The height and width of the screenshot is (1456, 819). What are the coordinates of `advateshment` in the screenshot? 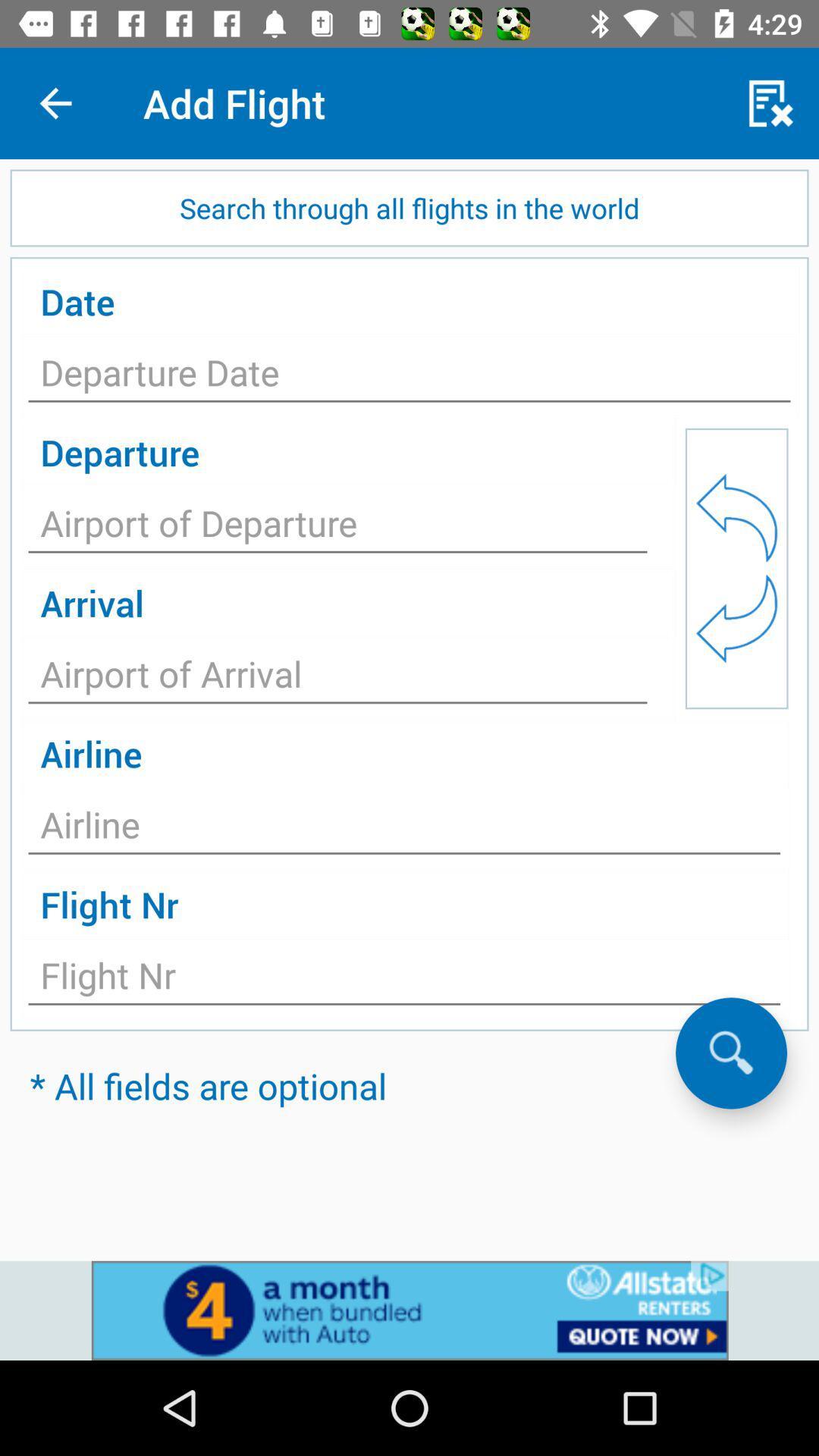 It's located at (409, 1310).